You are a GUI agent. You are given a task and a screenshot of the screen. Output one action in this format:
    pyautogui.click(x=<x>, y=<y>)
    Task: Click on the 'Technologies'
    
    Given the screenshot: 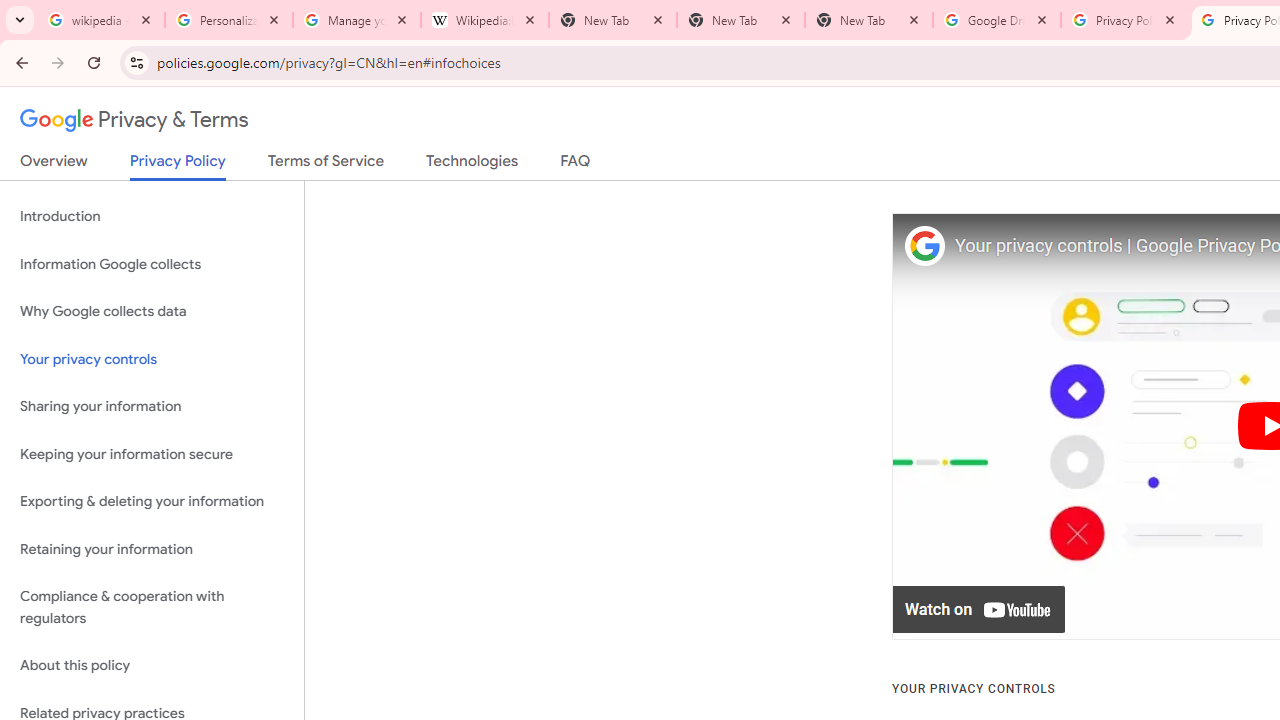 What is the action you would take?
    pyautogui.click(x=471, y=164)
    